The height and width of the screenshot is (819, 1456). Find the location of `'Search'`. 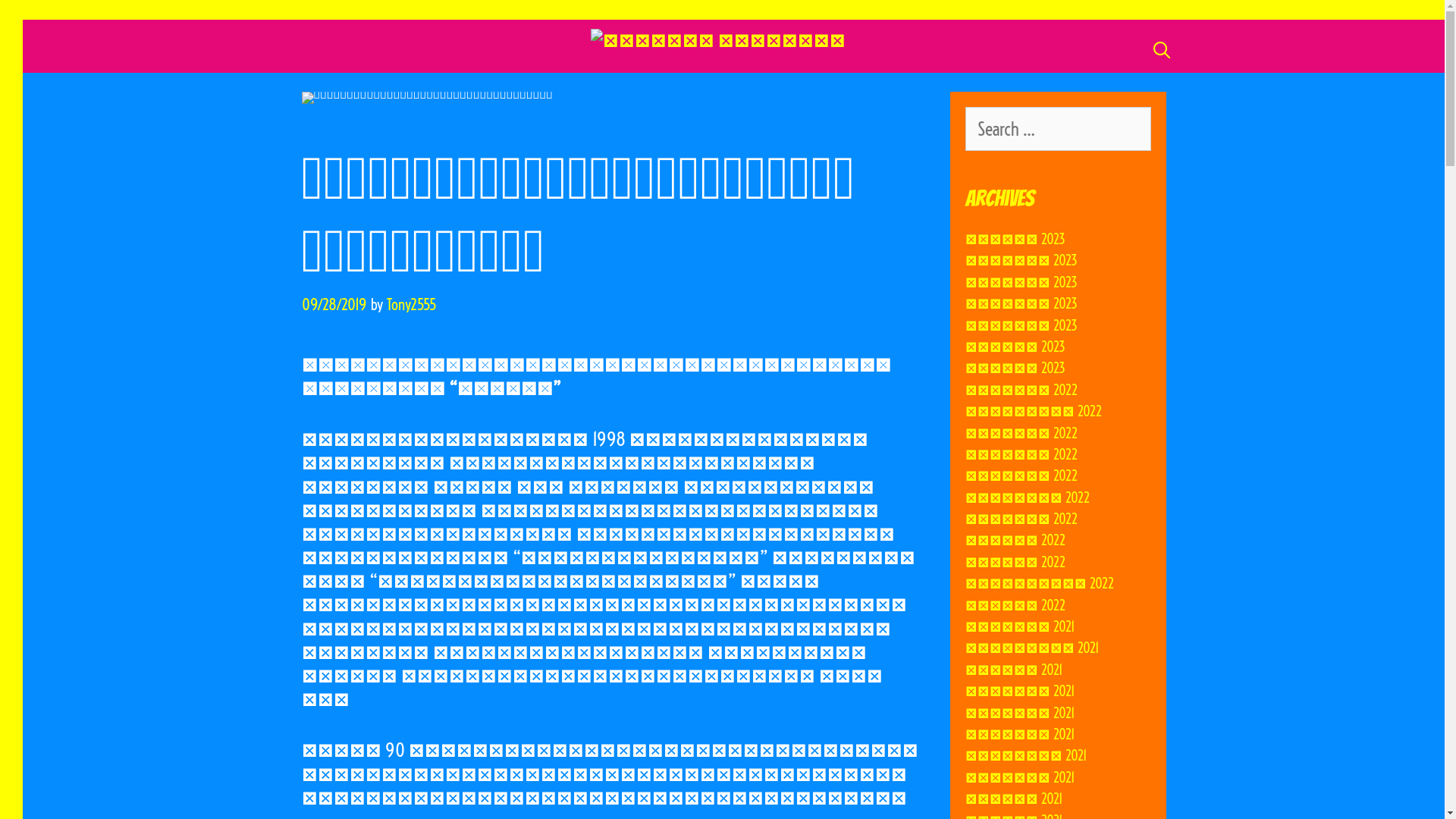

'Search' is located at coordinates (14, 23).